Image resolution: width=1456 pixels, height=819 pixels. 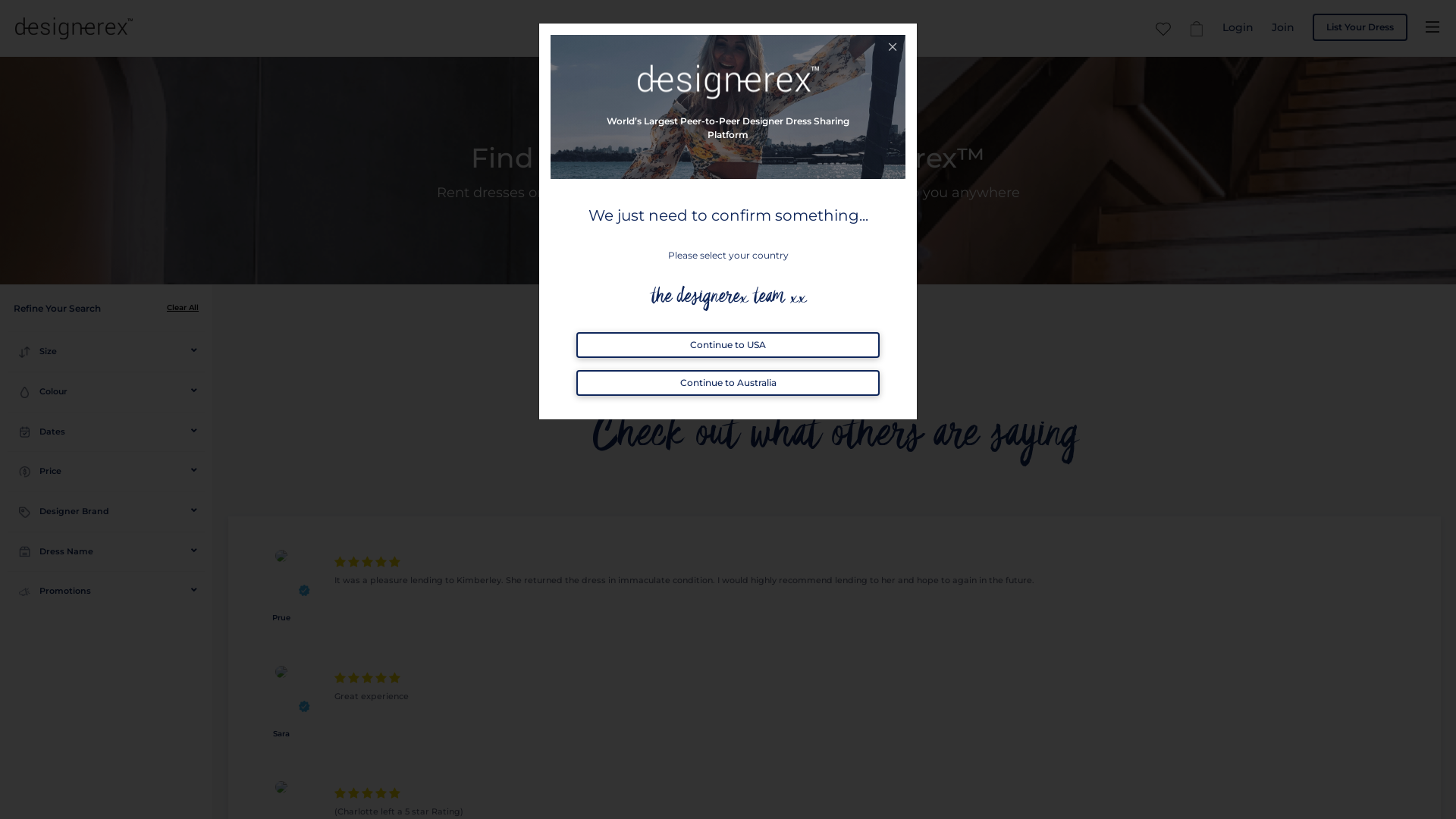 I want to click on 'Continue to USA', so click(x=728, y=345).